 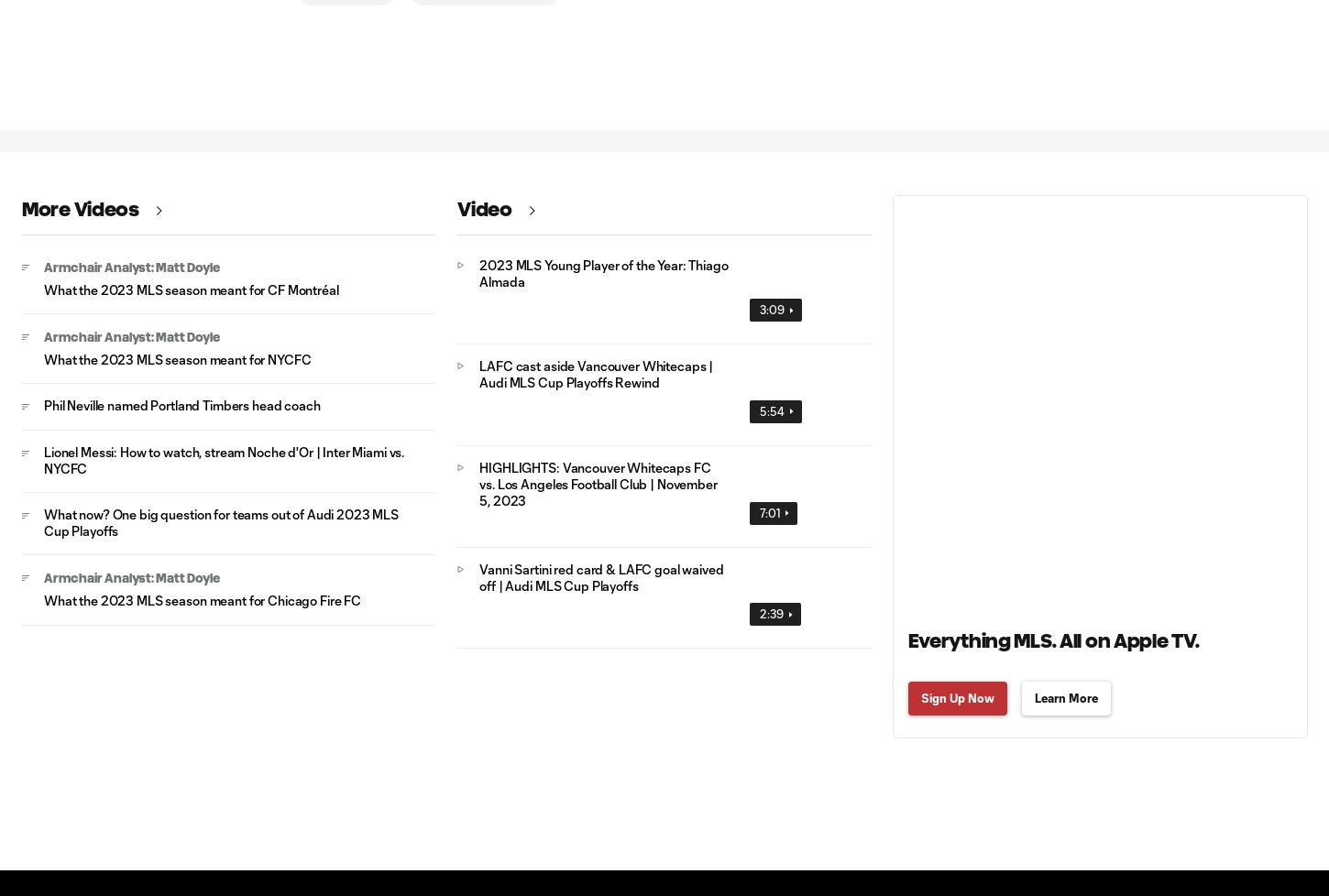 What do you see at coordinates (201, 600) in the screenshot?
I see `'What the 2023 MLS season meant for Chicago Fire FC'` at bounding box center [201, 600].